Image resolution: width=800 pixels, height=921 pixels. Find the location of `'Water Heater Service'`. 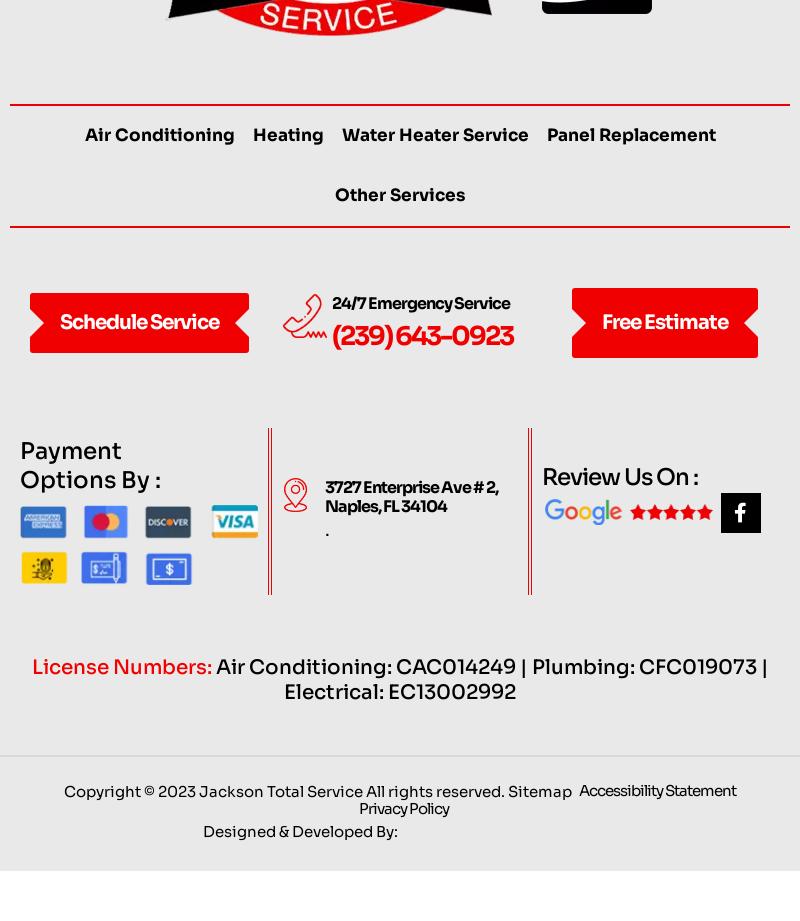

'Water Heater Service' is located at coordinates (433, 174).